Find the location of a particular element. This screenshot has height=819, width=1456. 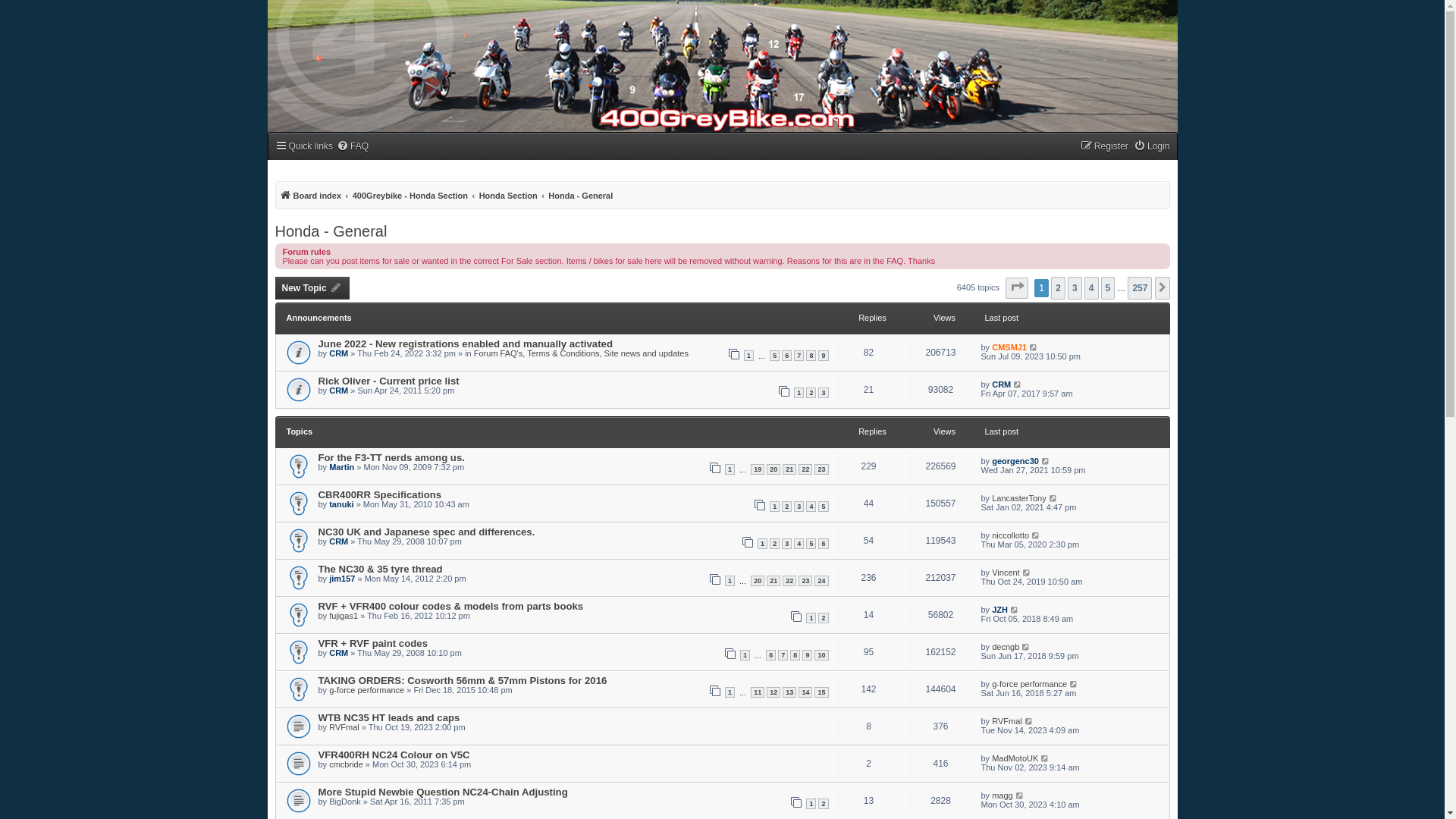

'RVFmal' is located at coordinates (1007, 720).